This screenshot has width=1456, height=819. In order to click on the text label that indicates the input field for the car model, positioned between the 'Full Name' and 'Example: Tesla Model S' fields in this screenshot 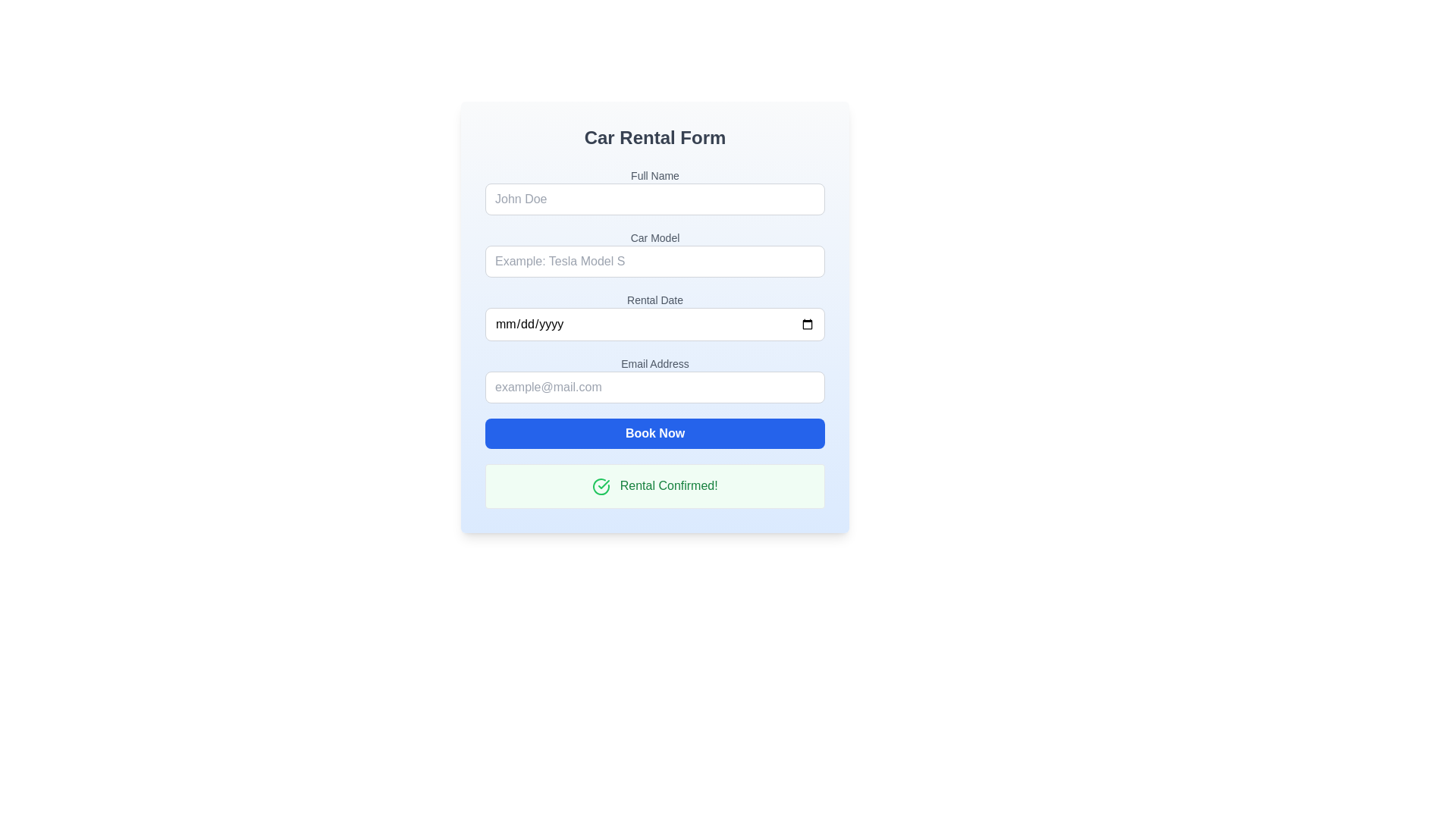, I will do `click(655, 237)`.